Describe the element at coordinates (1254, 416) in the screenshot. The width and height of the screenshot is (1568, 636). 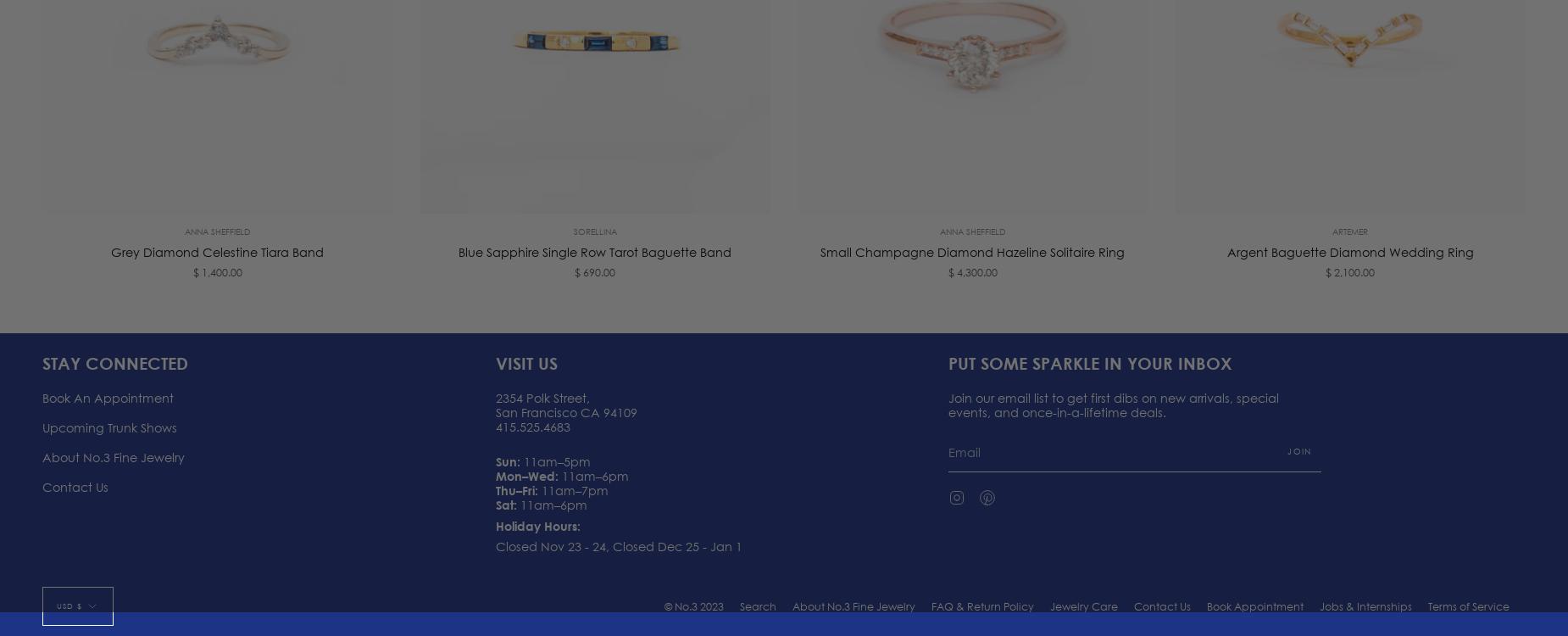
I see `'Book Appointment'` at that location.